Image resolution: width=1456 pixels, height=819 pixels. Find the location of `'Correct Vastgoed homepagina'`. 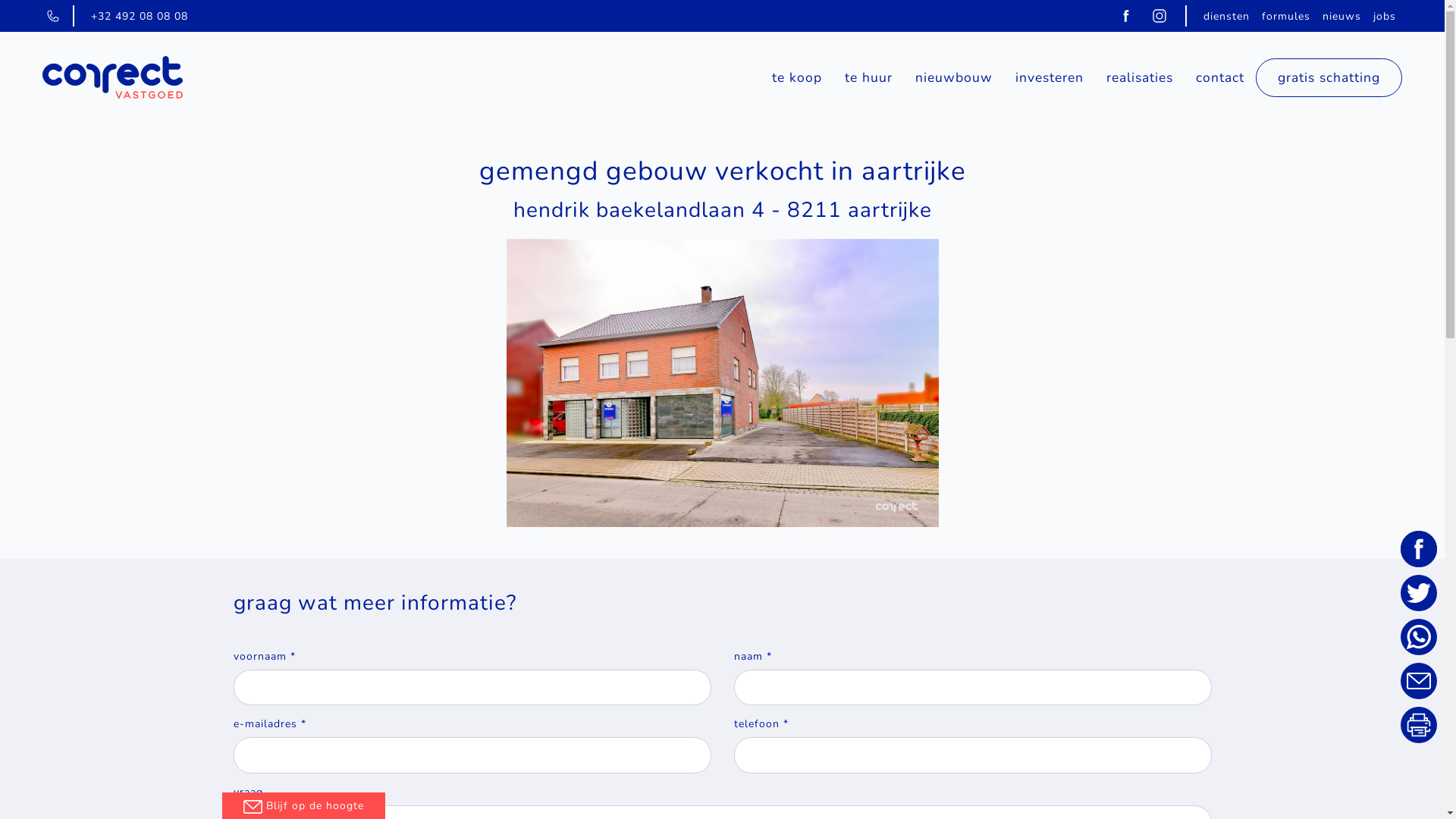

'Correct Vastgoed homepagina' is located at coordinates (111, 77).